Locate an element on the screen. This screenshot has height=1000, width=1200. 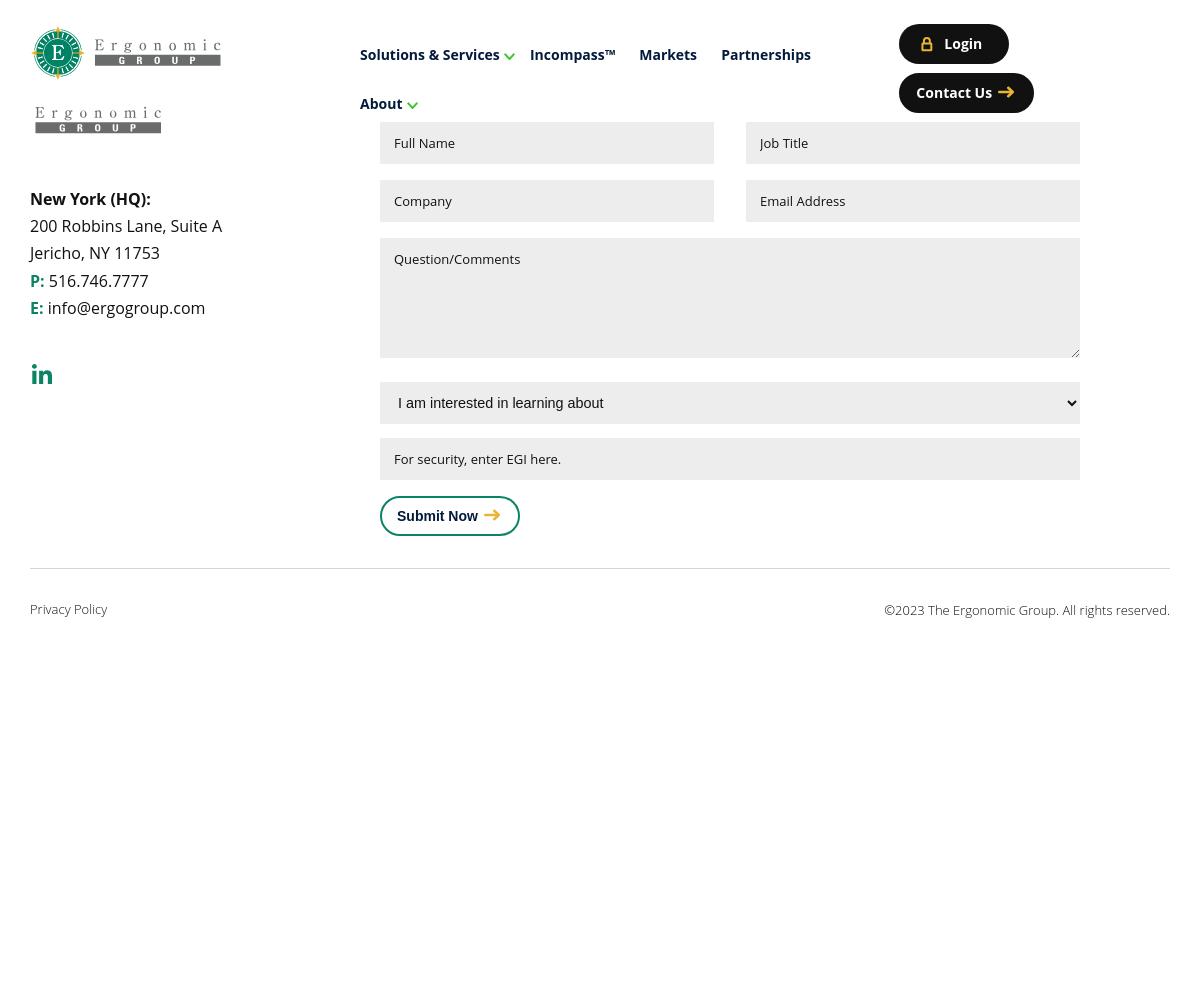
'About' is located at coordinates (360, 102).